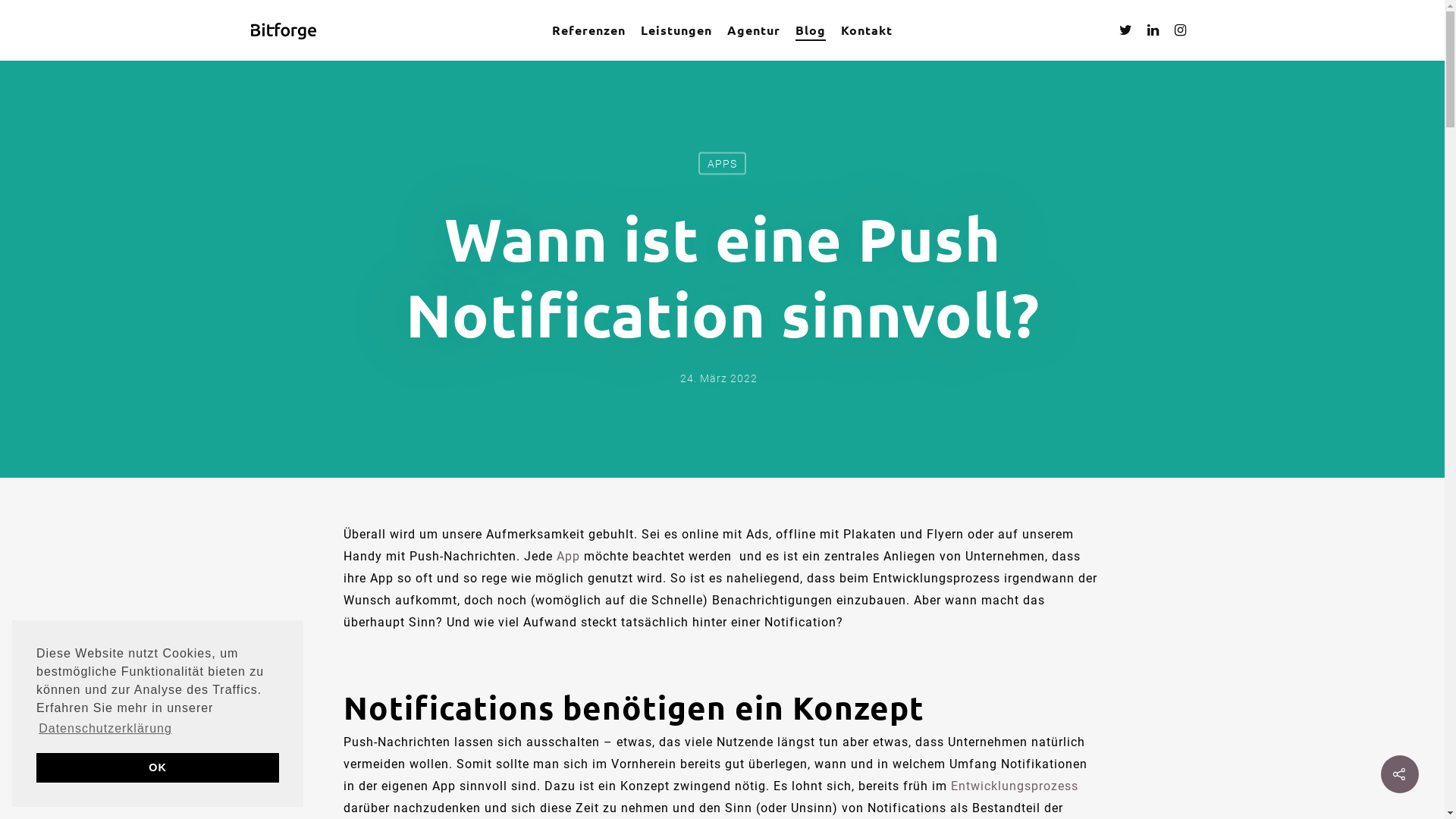  What do you see at coordinates (588, 30) in the screenshot?
I see `'Referenzen'` at bounding box center [588, 30].